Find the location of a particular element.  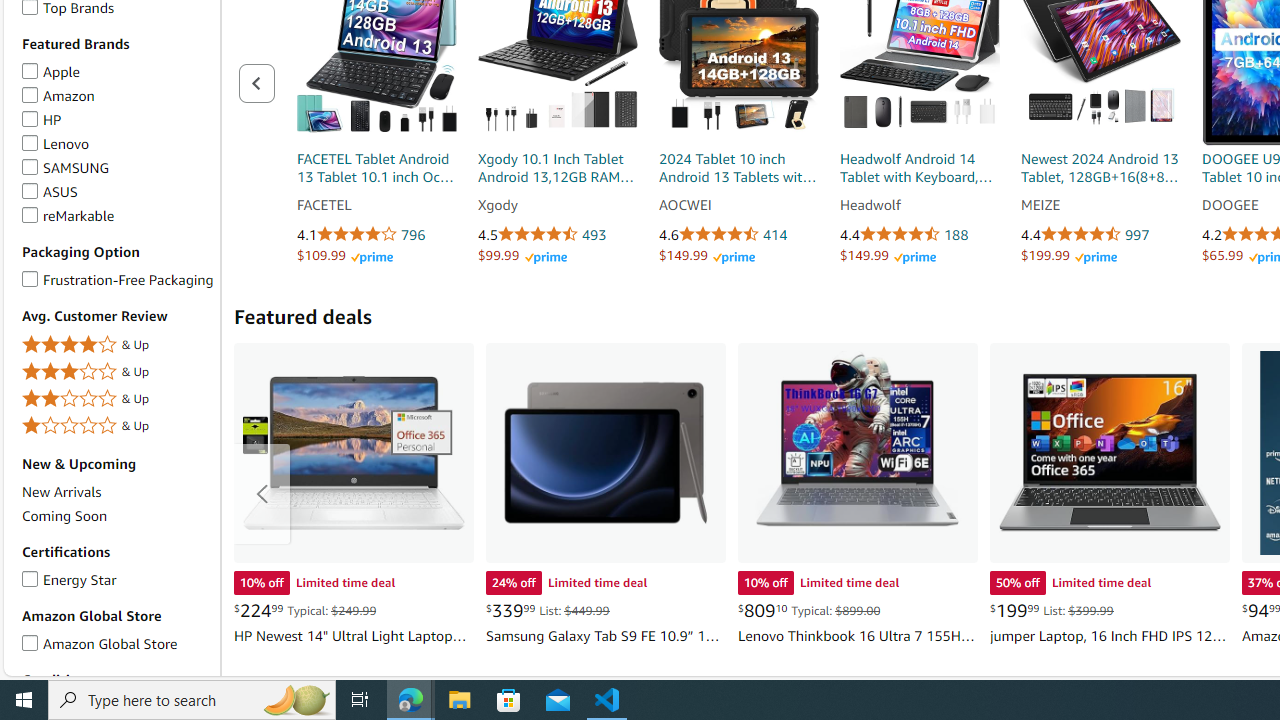

'New Arrivals' is located at coordinates (116, 491).